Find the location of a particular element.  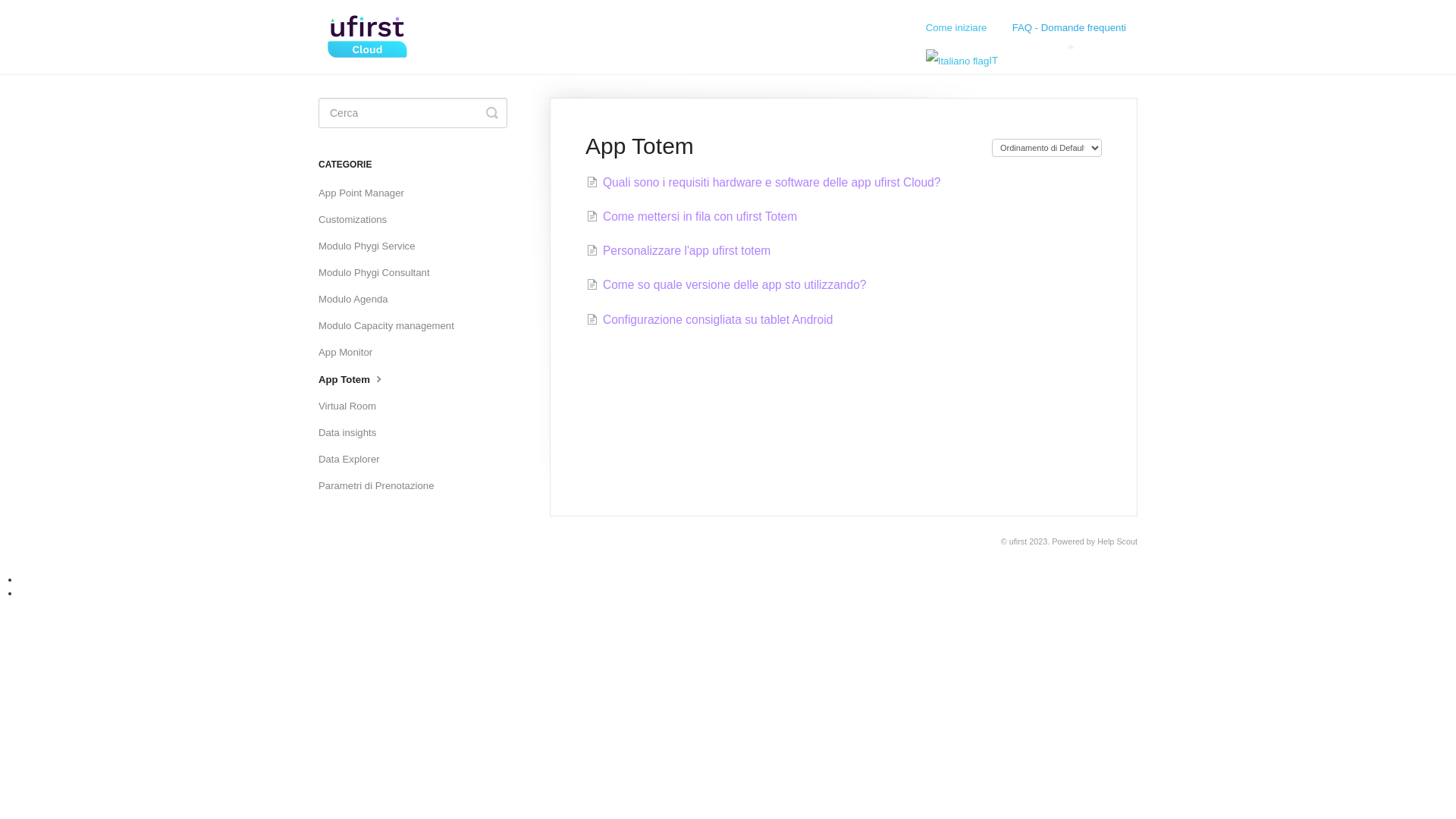

'App Monitor' is located at coordinates (350, 353).